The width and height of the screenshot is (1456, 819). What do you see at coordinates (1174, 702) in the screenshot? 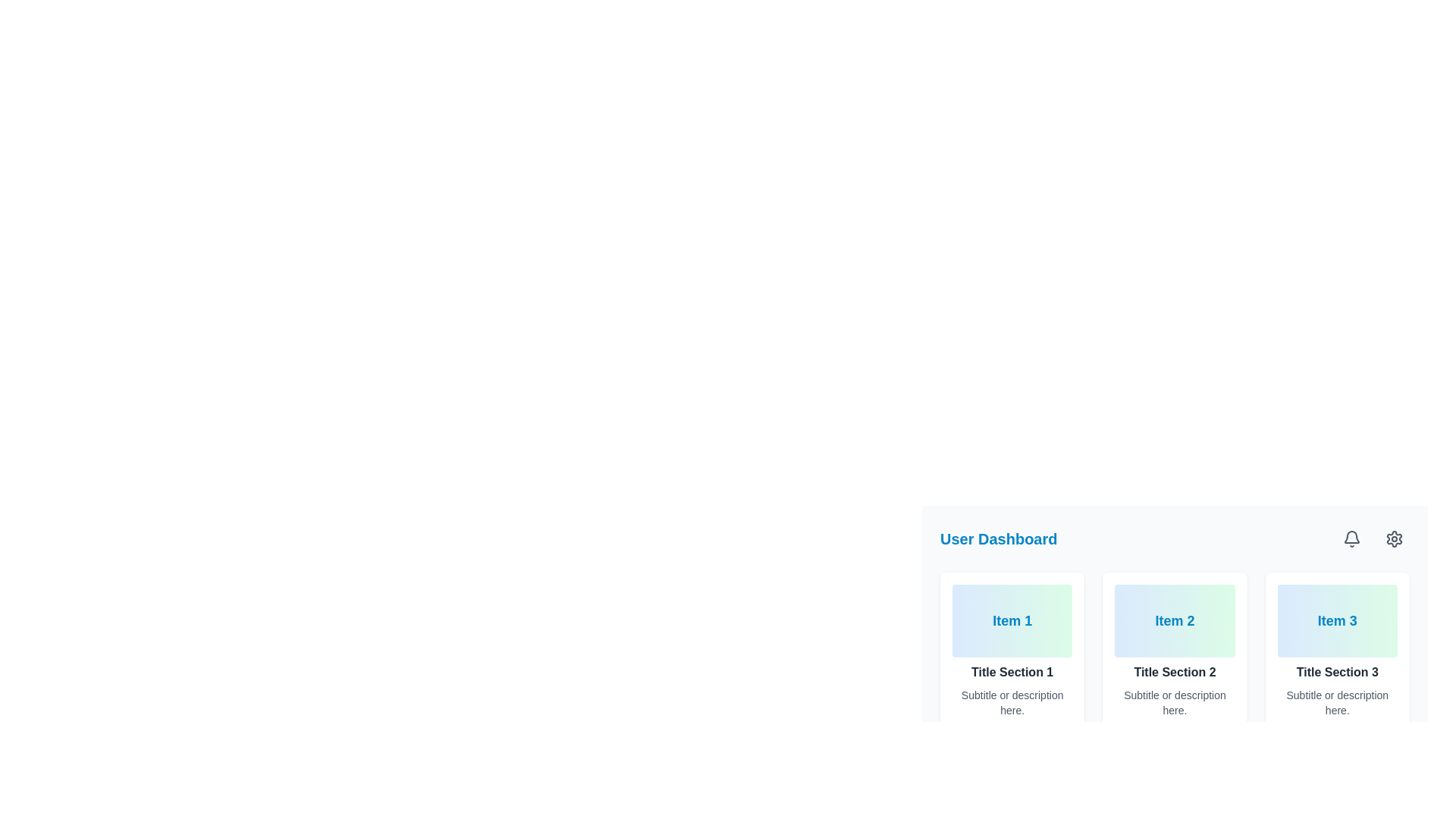
I see `the descriptive text element located below 'Title Section 2' in the middle card of three cards` at bounding box center [1174, 702].